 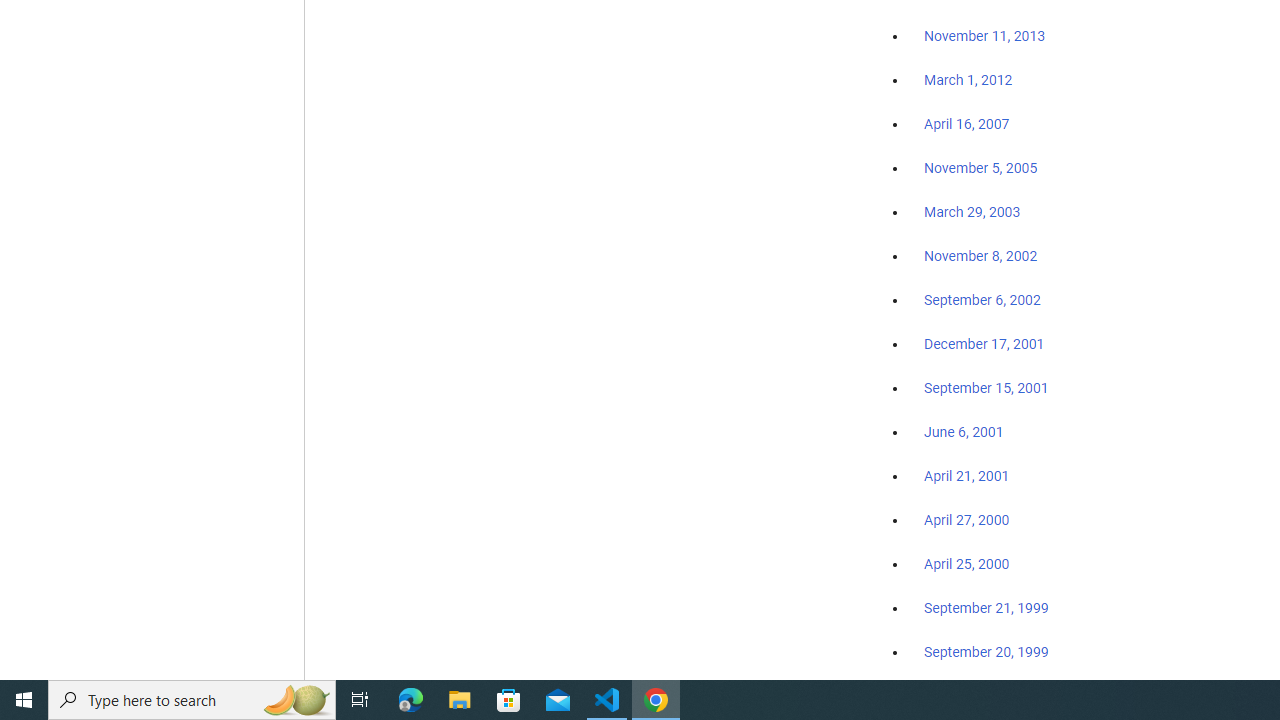 I want to click on 'November 5, 2005', so click(x=981, y=167).